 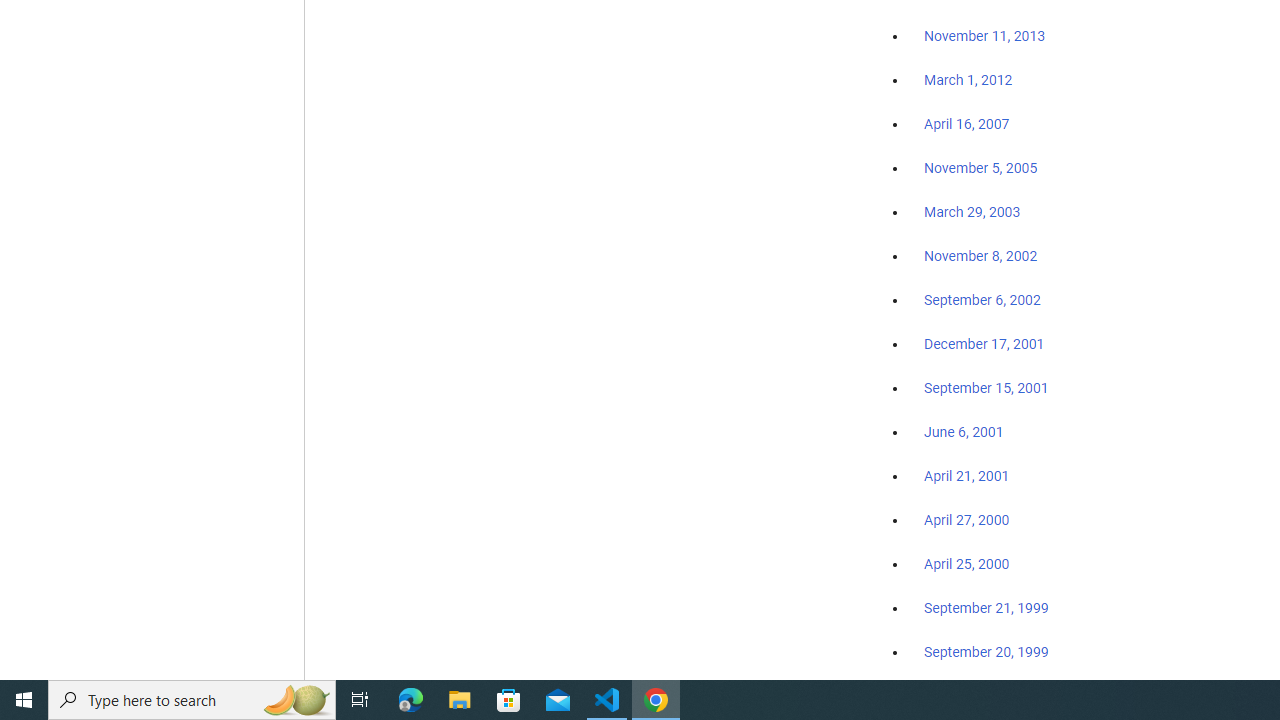 I want to click on 'November 5, 2005', so click(x=981, y=167).